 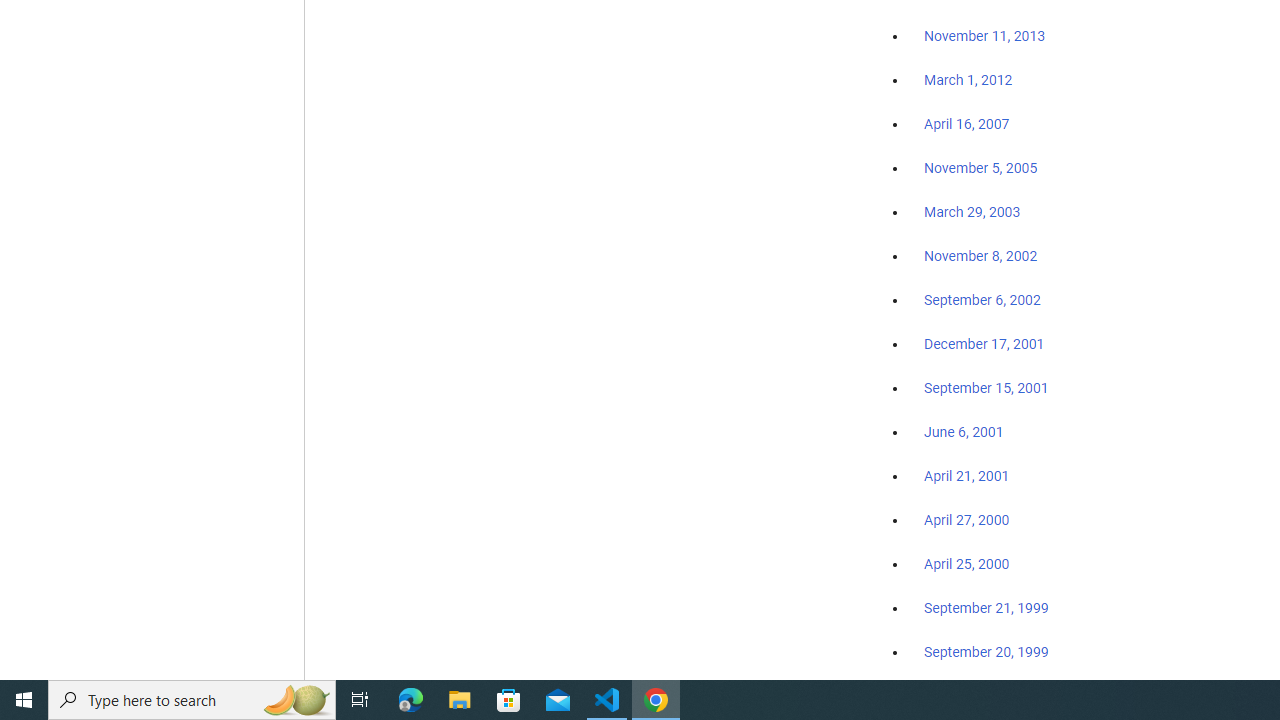 I want to click on 'November 5, 2005', so click(x=981, y=167).